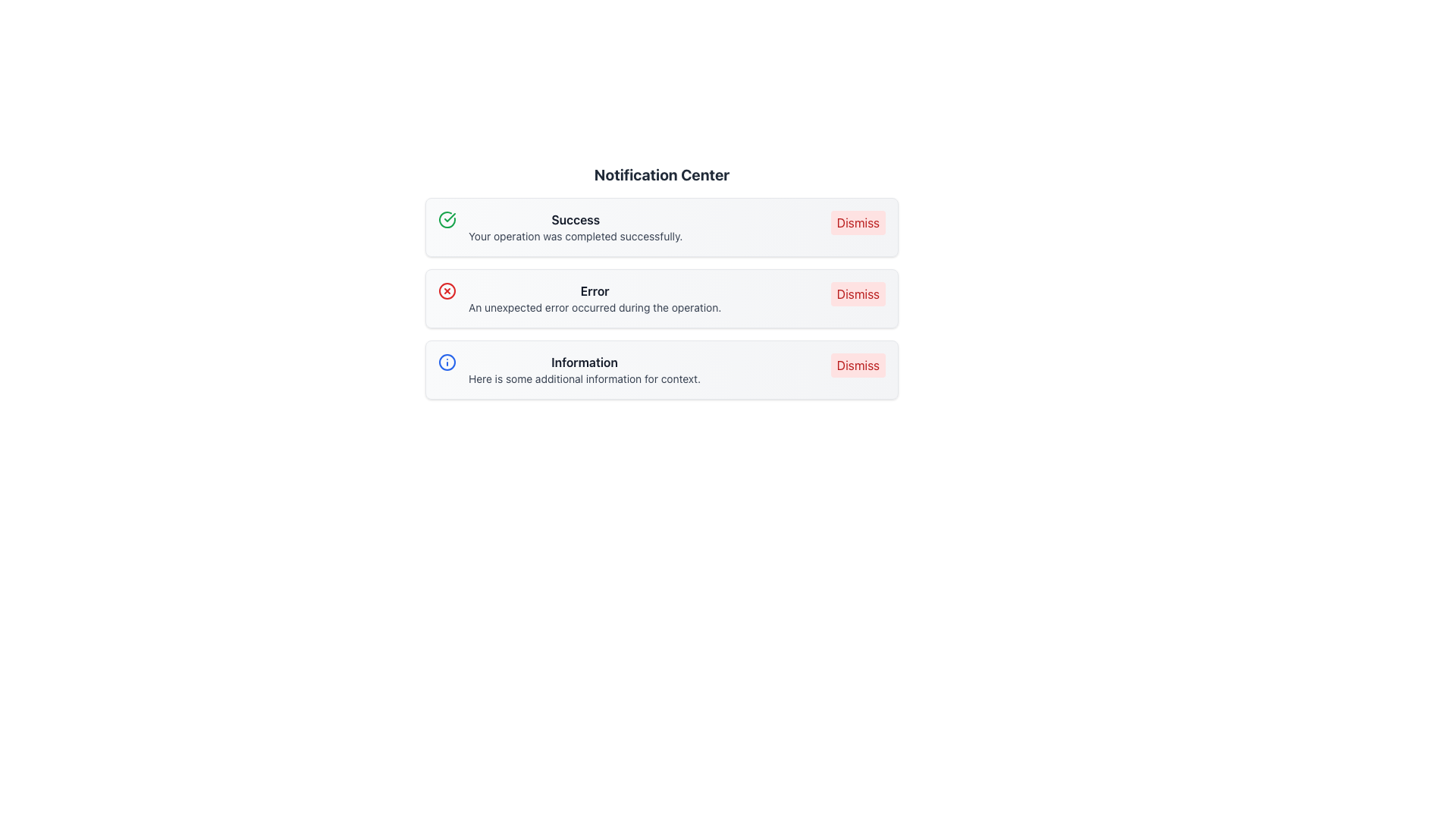 This screenshot has height=819, width=1456. What do you see at coordinates (584, 370) in the screenshot?
I see `the descriptive text block located in the lower section of the notification center interface, beneath the 'Information' heading` at bounding box center [584, 370].